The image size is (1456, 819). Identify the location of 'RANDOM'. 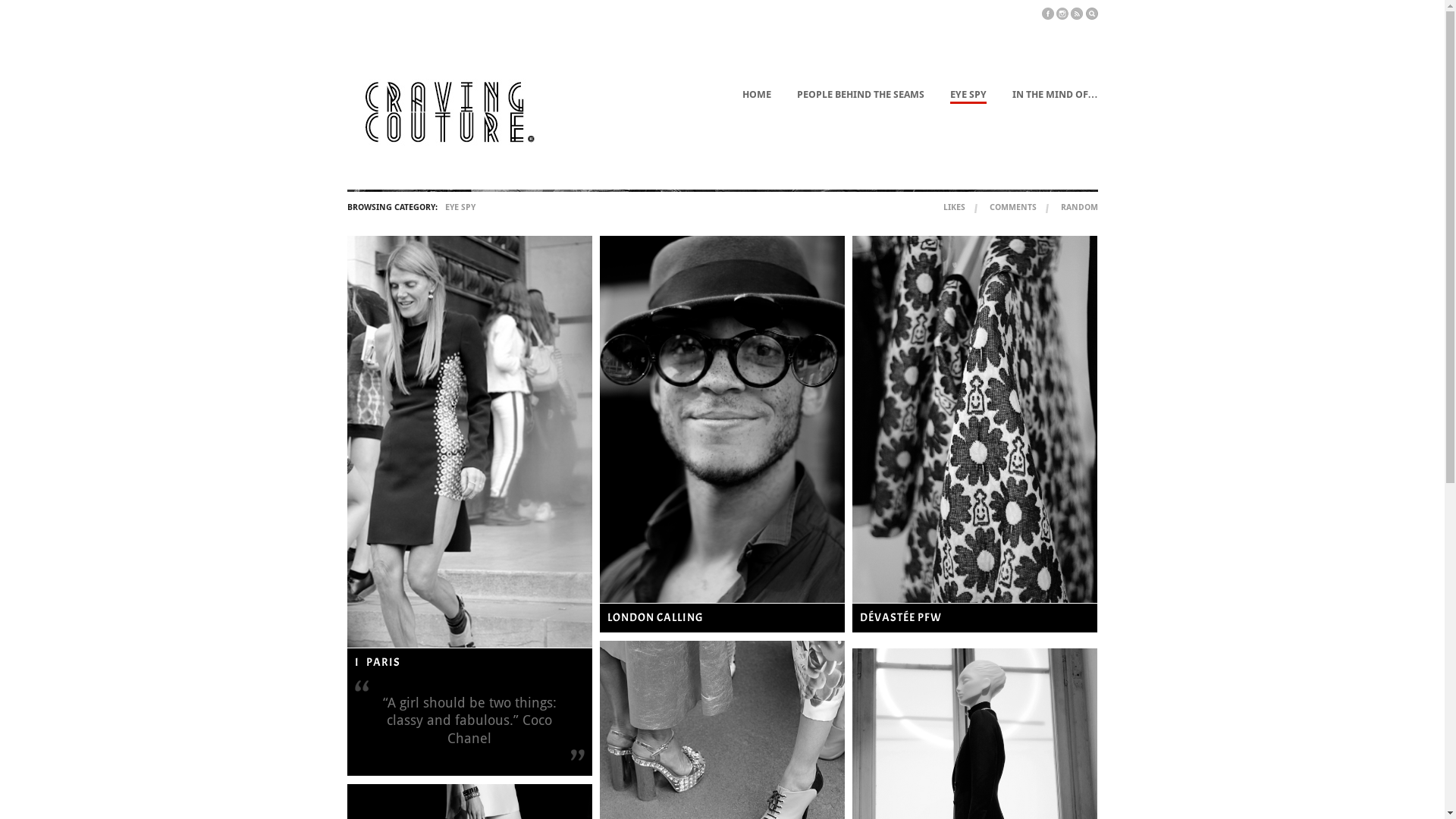
(1078, 207).